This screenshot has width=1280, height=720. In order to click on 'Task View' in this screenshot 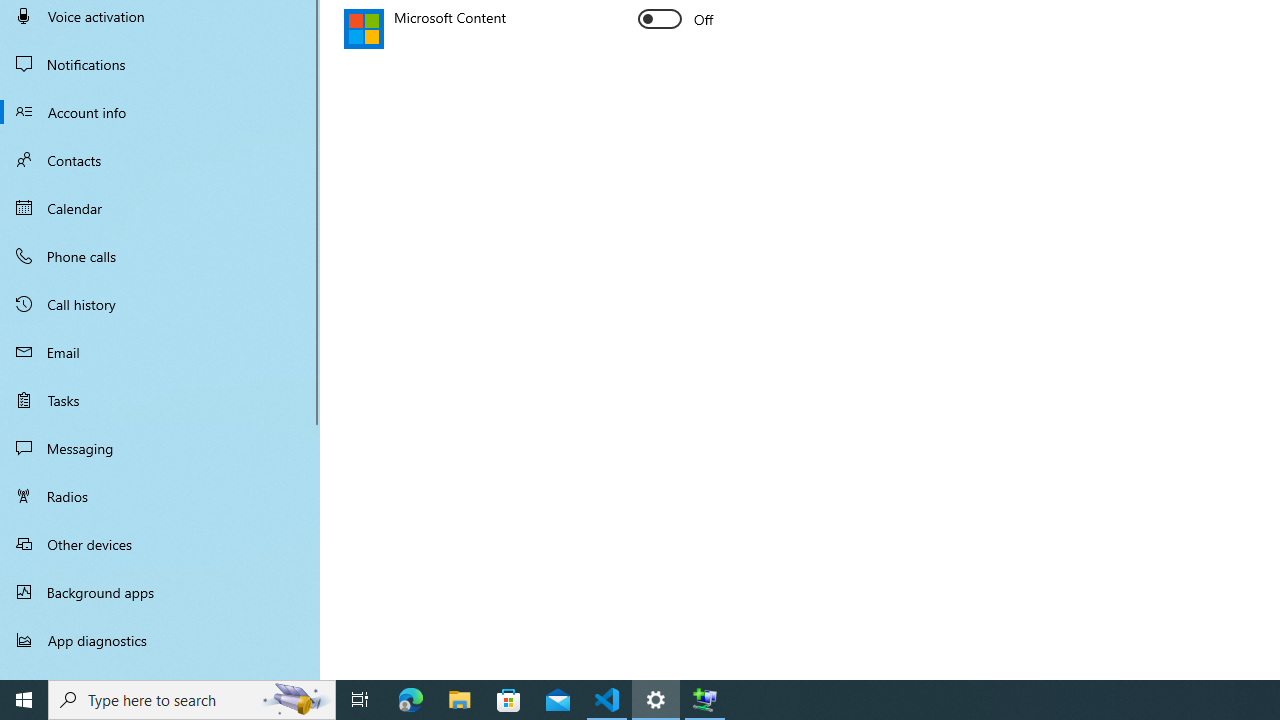, I will do `click(359, 698)`.